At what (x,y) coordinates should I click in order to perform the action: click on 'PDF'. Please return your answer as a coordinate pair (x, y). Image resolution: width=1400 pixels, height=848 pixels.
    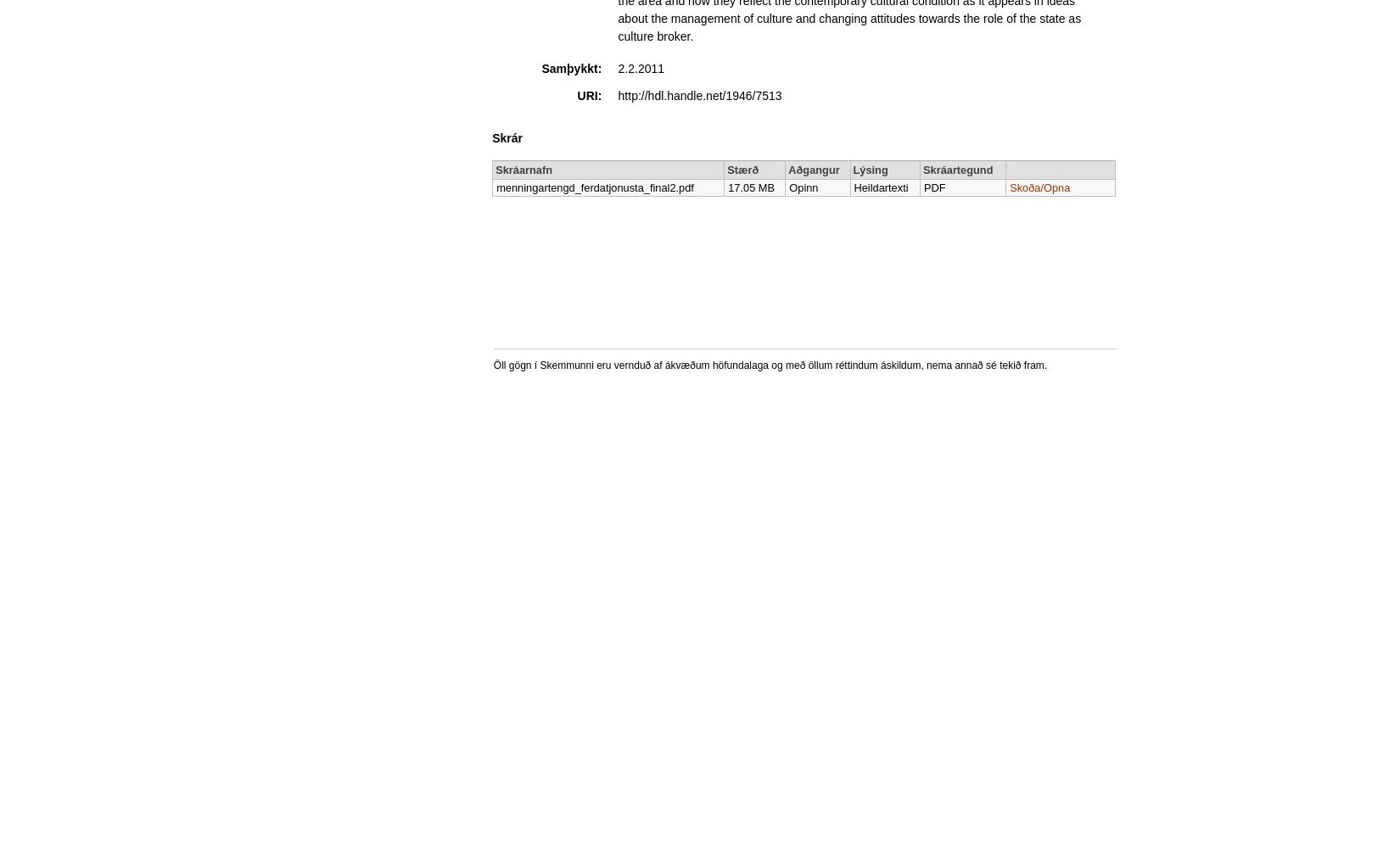
    Looking at the image, I should click on (924, 187).